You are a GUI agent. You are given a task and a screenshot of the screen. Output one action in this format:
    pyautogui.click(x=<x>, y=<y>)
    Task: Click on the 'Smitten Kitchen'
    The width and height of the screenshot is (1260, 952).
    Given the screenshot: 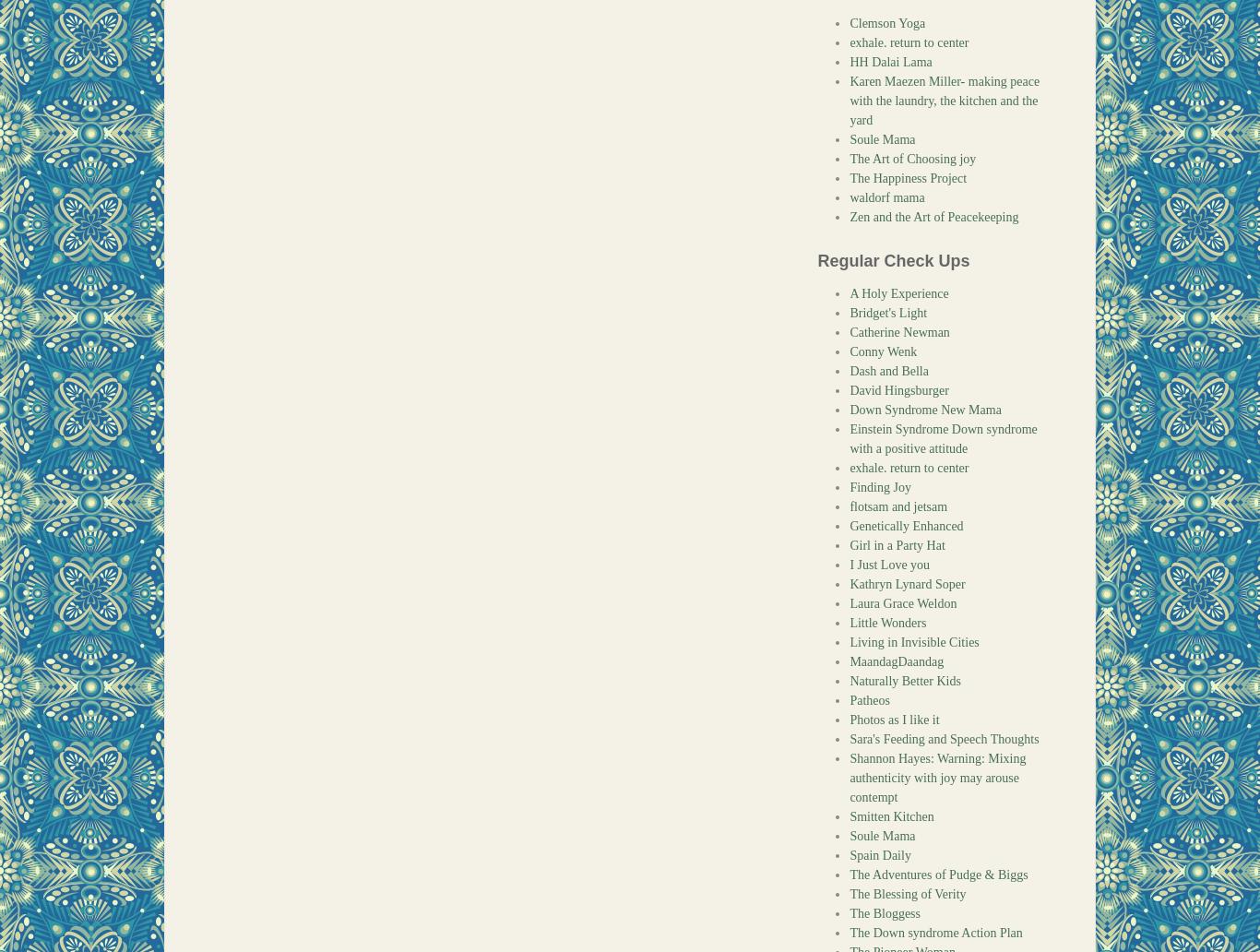 What is the action you would take?
    pyautogui.click(x=891, y=816)
    